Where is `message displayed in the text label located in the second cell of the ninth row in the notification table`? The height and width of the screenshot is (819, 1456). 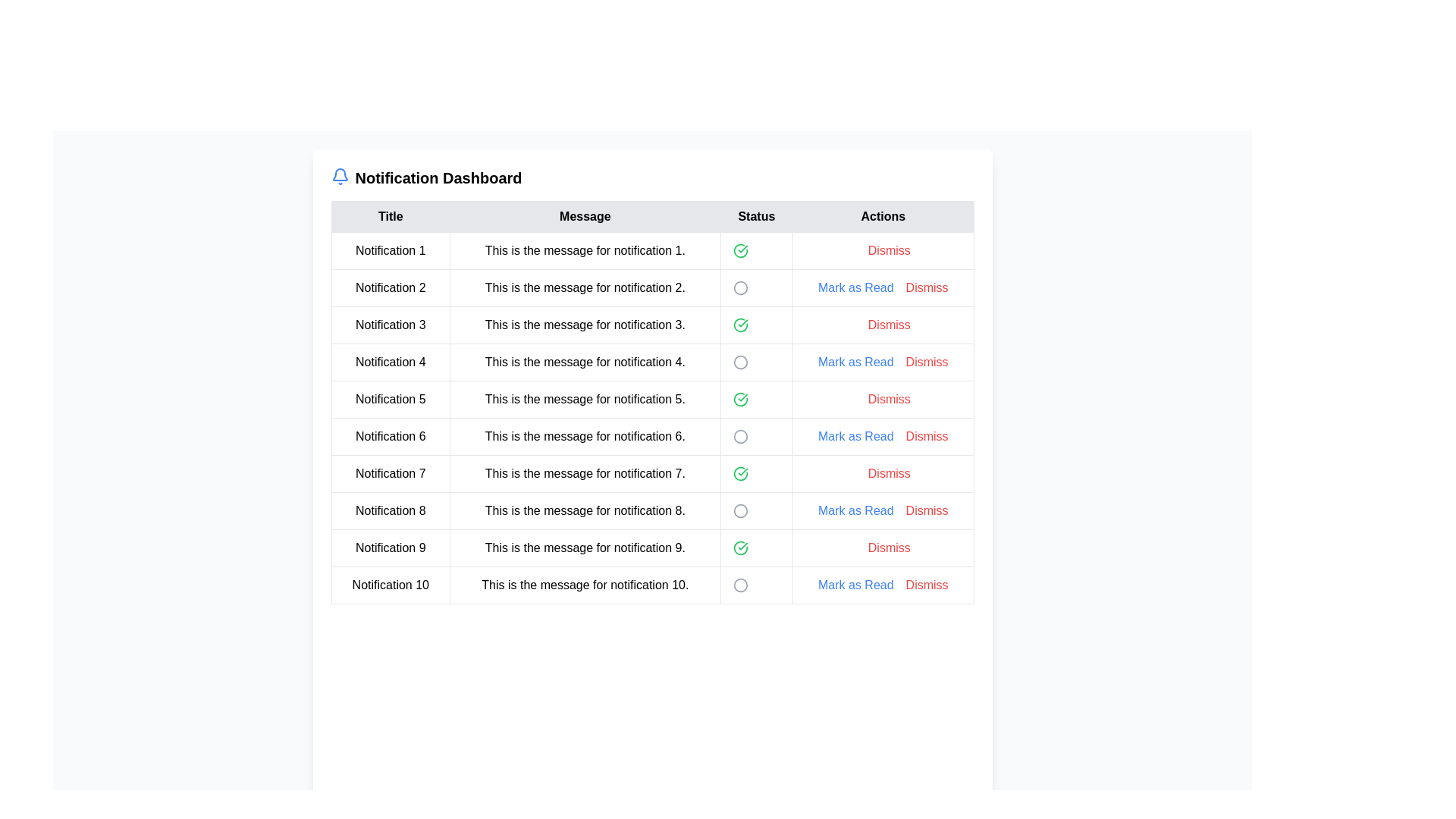
message displayed in the text label located in the second cell of the ninth row in the notification table is located at coordinates (584, 548).